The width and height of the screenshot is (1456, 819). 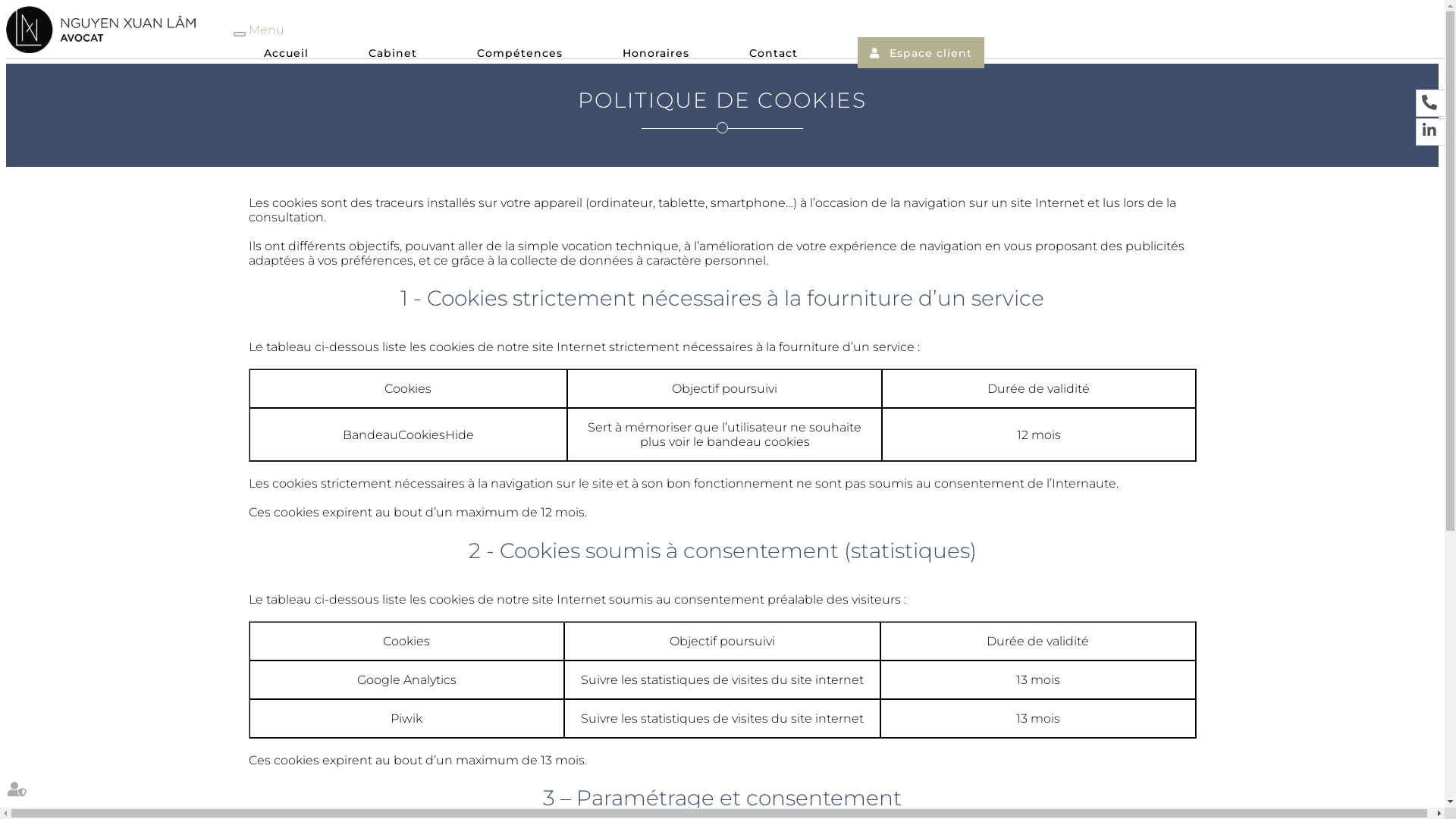 What do you see at coordinates (263, 55) in the screenshot?
I see `'Accueil'` at bounding box center [263, 55].